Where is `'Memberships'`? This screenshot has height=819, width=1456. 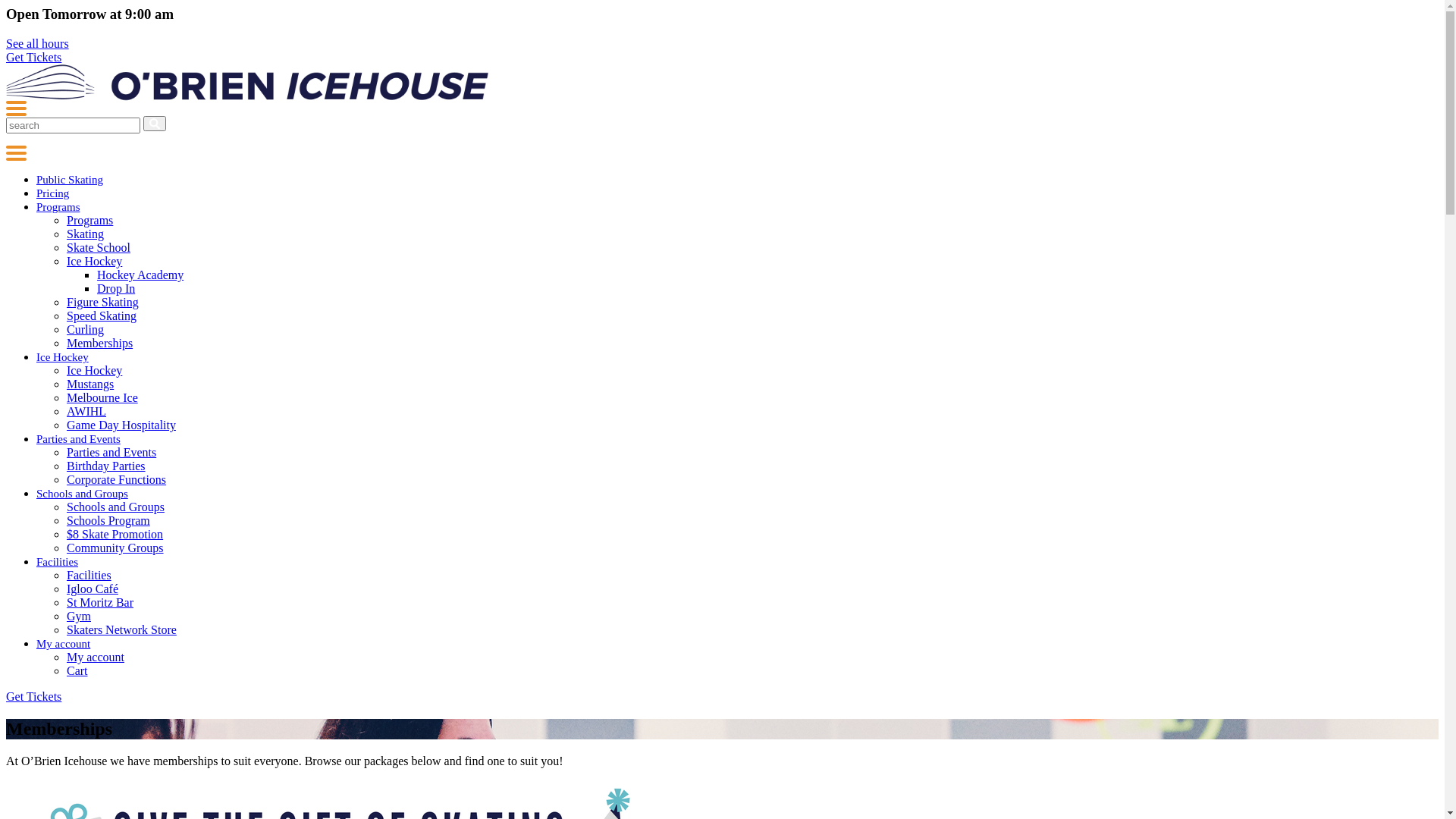 'Memberships' is located at coordinates (99, 343).